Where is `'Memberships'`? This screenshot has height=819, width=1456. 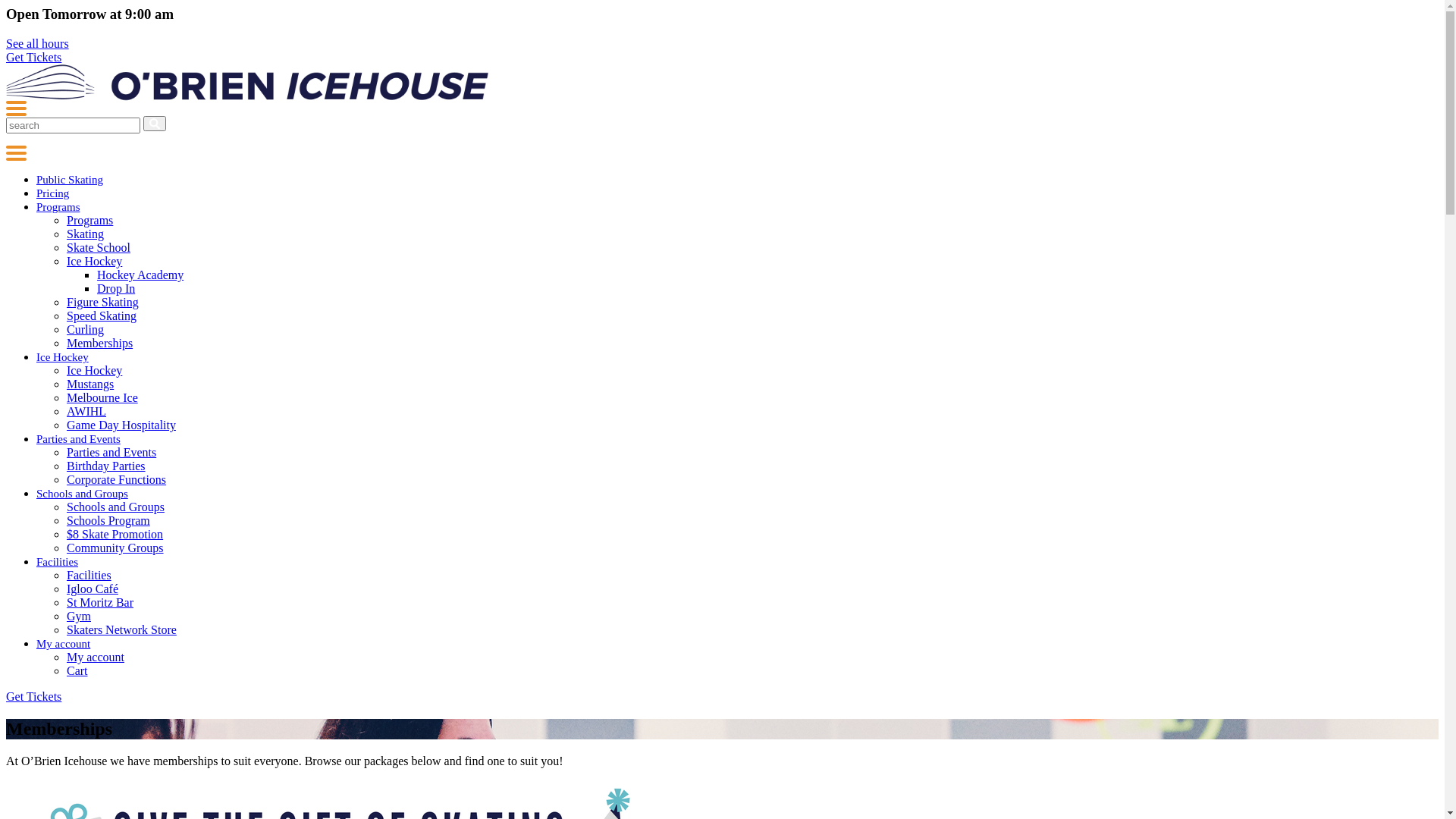 'Memberships' is located at coordinates (99, 343).